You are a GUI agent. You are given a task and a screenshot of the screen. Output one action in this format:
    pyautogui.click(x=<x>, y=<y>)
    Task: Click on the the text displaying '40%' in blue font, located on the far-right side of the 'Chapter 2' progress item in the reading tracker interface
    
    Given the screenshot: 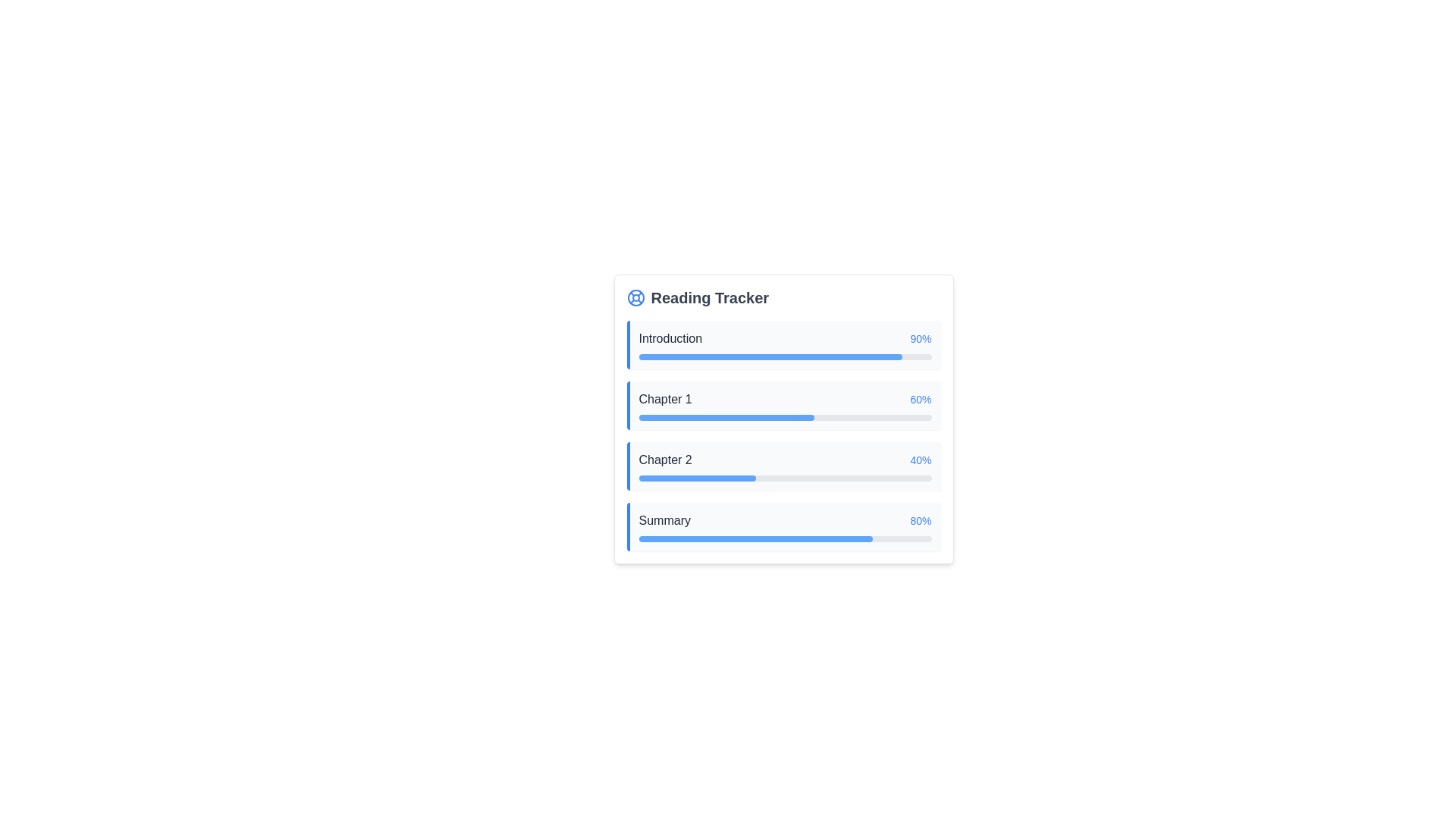 What is the action you would take?
    pyautogui.click(x=920, y=459)
    